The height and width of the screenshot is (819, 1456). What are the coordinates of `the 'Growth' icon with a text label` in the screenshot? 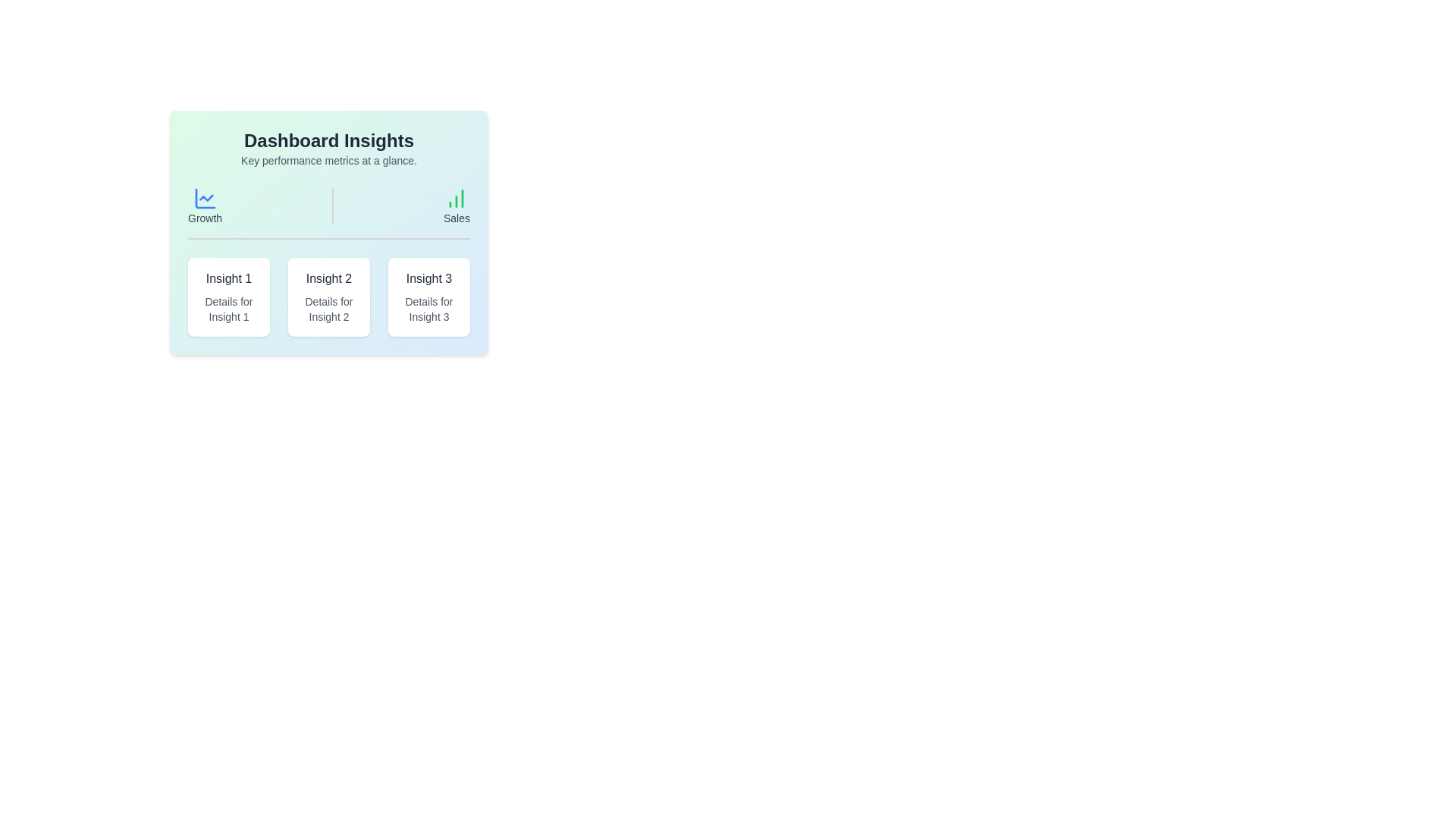 It's located at (204, 206).